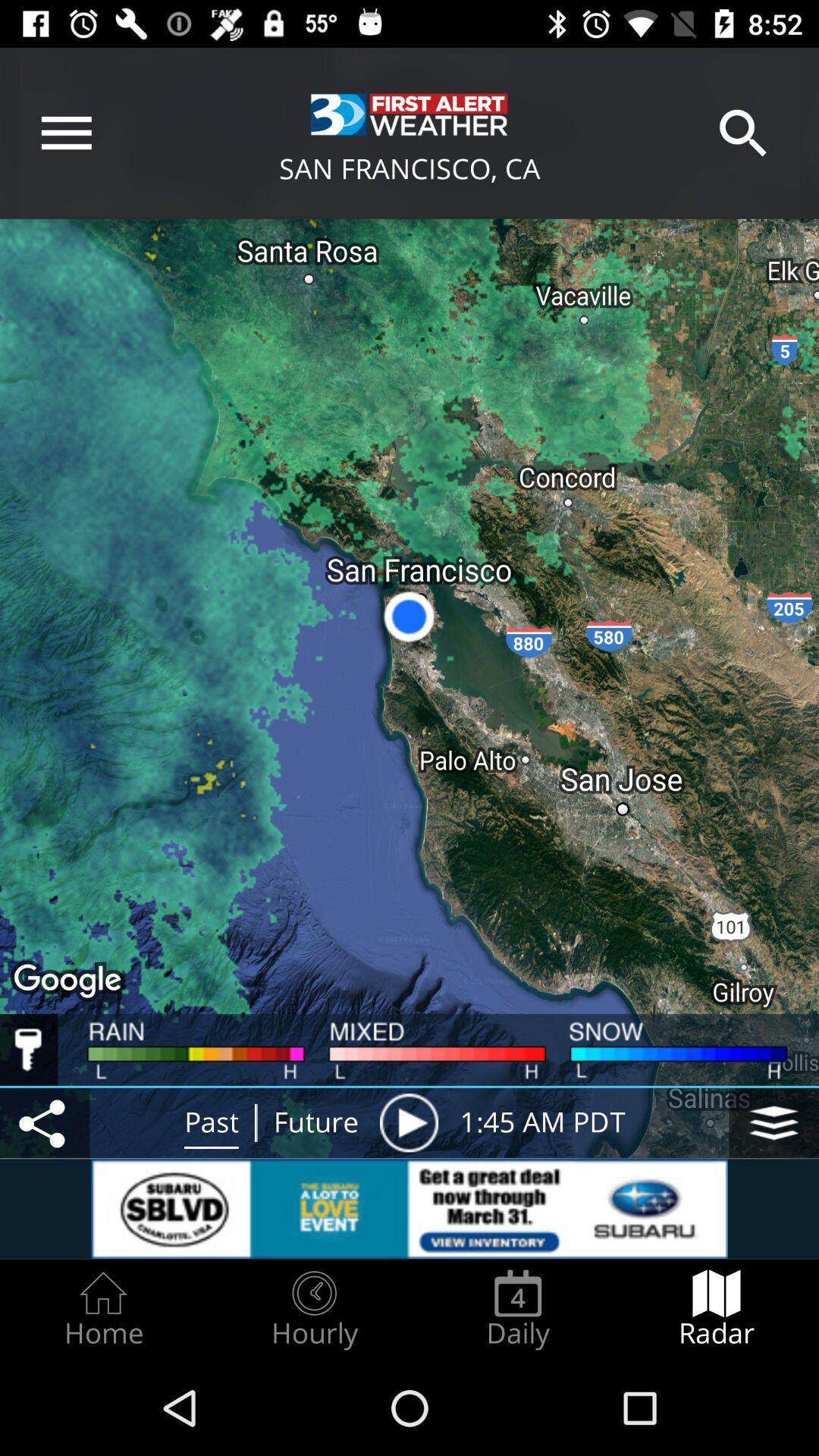 The width and height of the screenshot is (819, 1456). Describe the element at coordinates (29, 1049) in the screenshot. I see `key symbol` at that location.